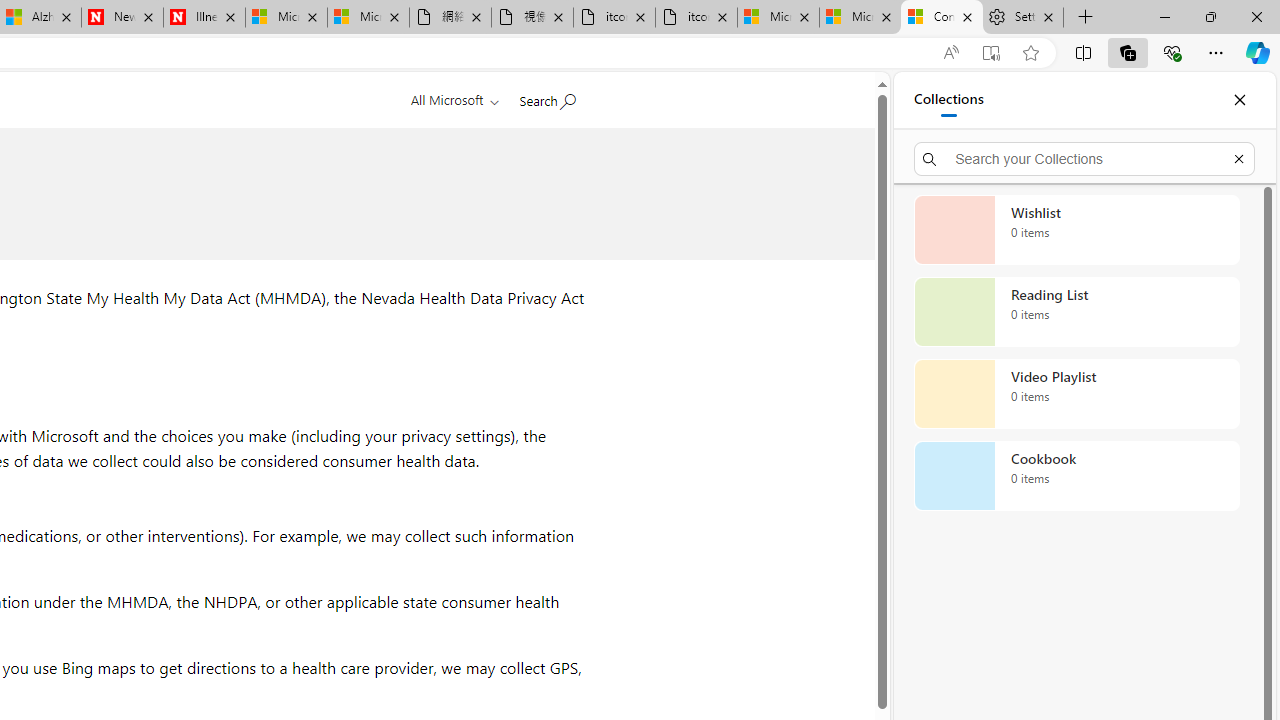 The height and width of the screenshot is (720, 1280). What do you see at coordinates (204, 17) in the screenshot?
I see `'Illness news & latest pictures from Newsweek.com'` at bounding box center [204, 17].